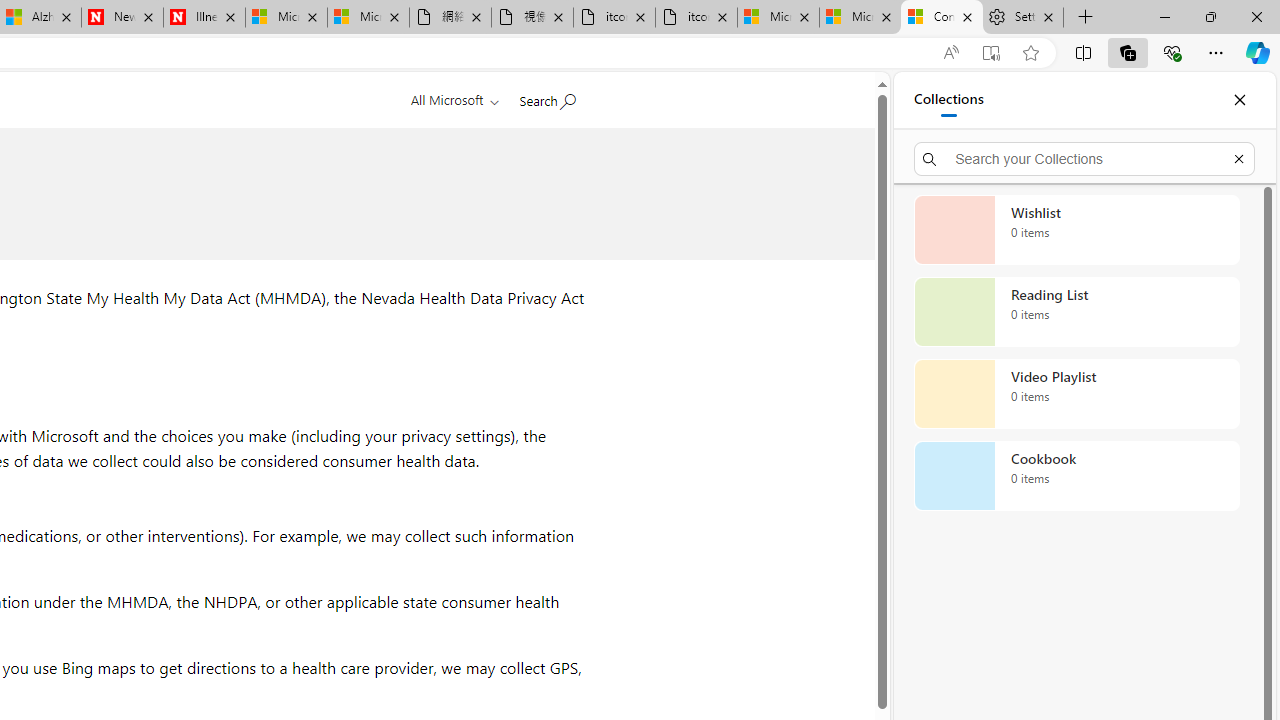 The height and width of the screenshot is (720, 1280). What do you see at coordinates (204, 17) in the screenshot?
I see `'Illness news & latest pictures from Newsweek.com'` at bounding box center [204, 17].